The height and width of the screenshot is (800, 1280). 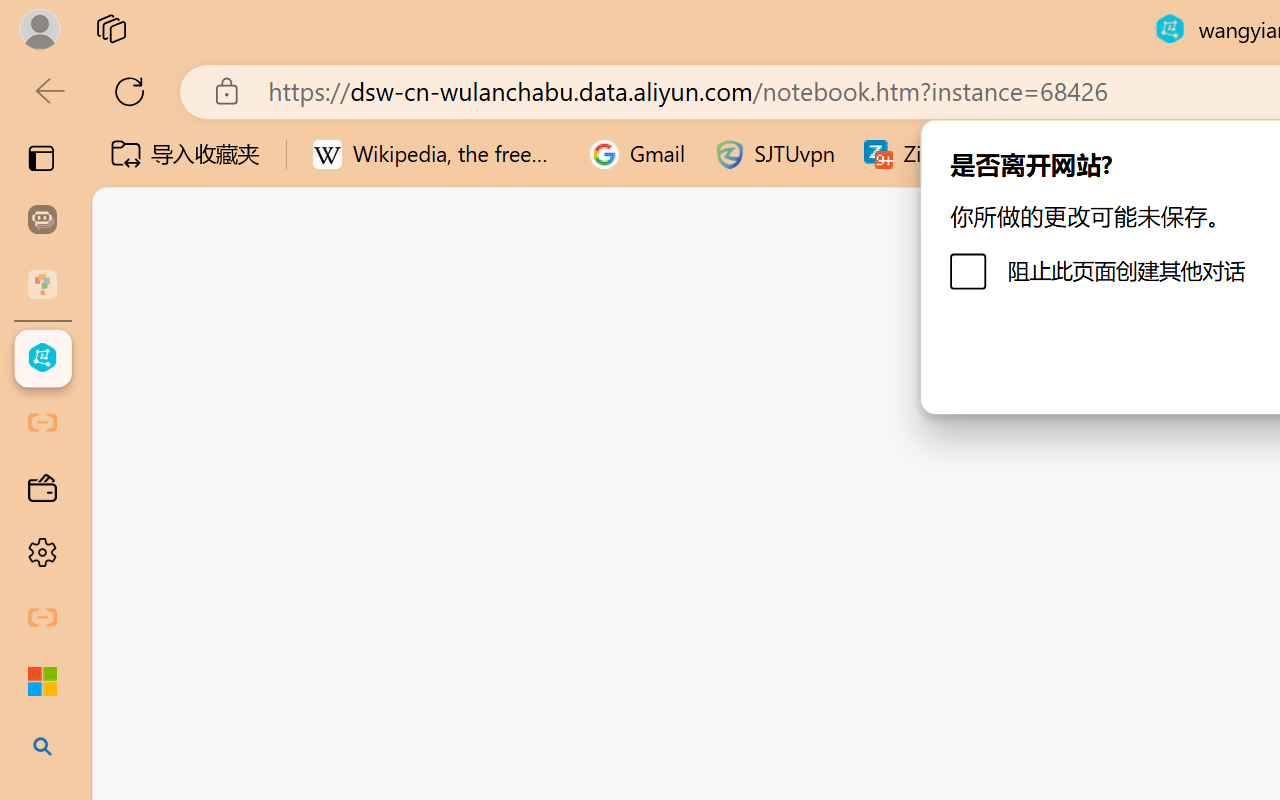 I want to click on 'Gmail', so click(x=637, y=154).